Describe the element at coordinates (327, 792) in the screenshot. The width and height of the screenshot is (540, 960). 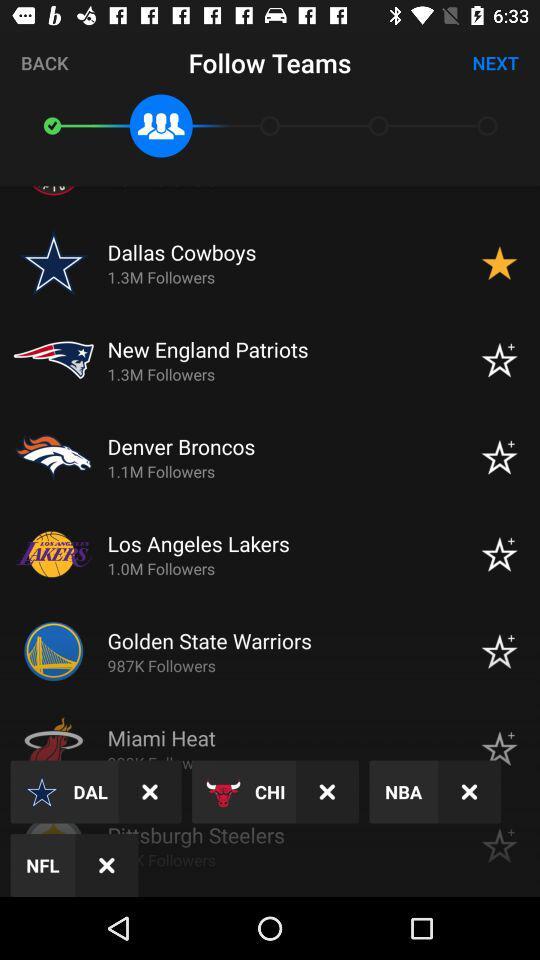
I see `the close icon` at that location.